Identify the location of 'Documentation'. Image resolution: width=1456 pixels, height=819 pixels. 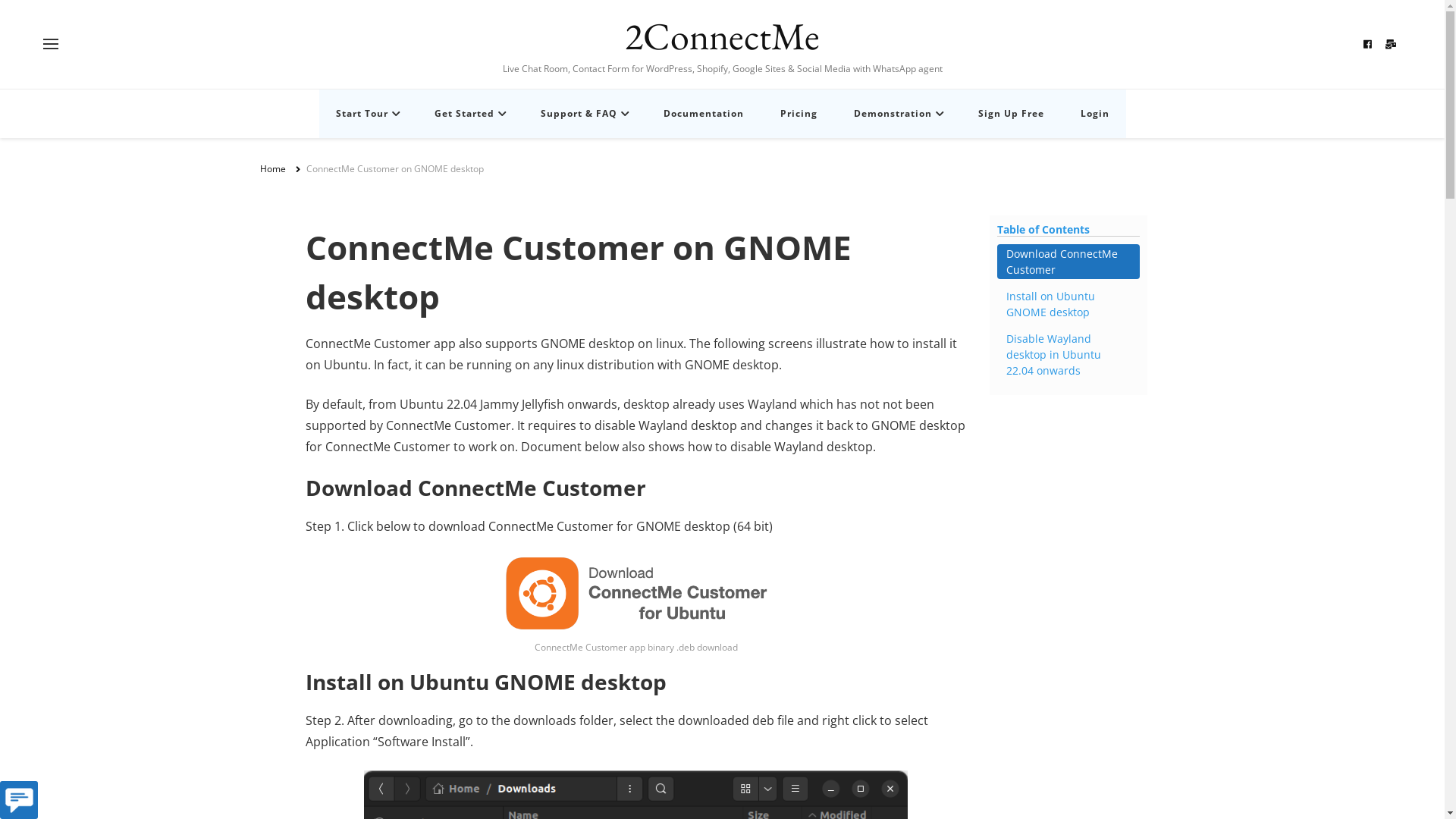
(701, 113).